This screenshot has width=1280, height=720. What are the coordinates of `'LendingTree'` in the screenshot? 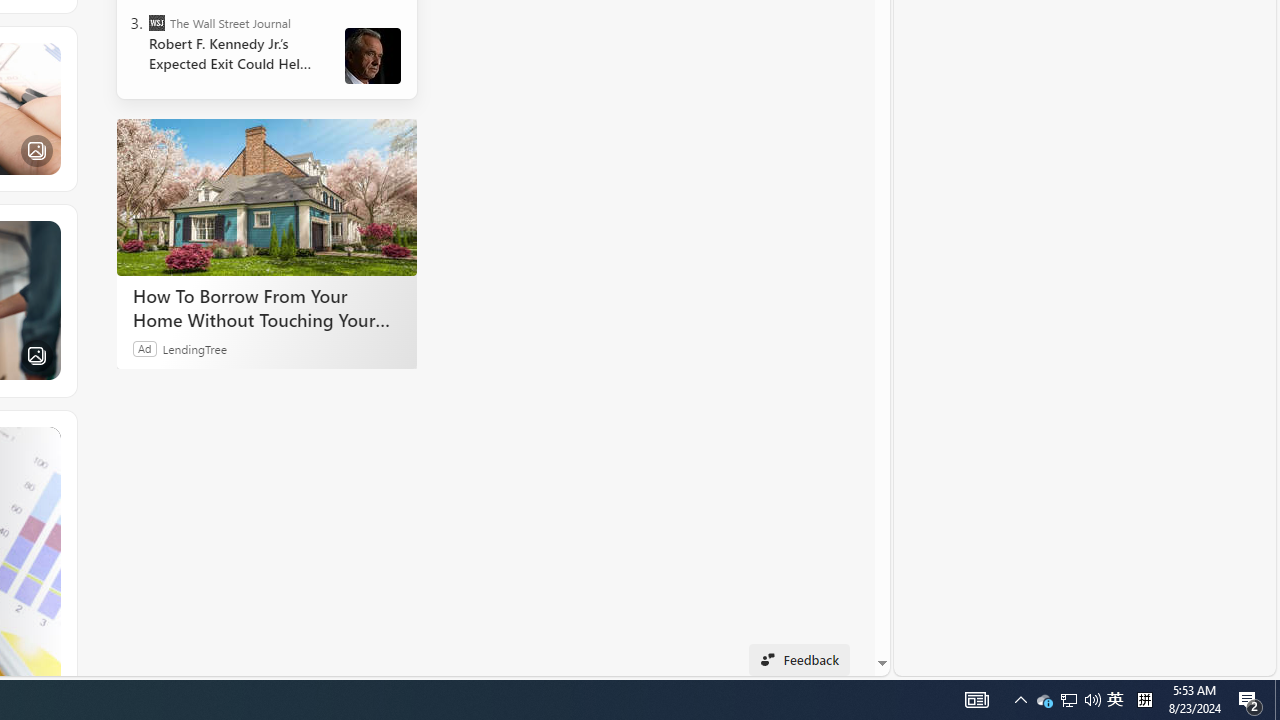 It's located at (195, 347).